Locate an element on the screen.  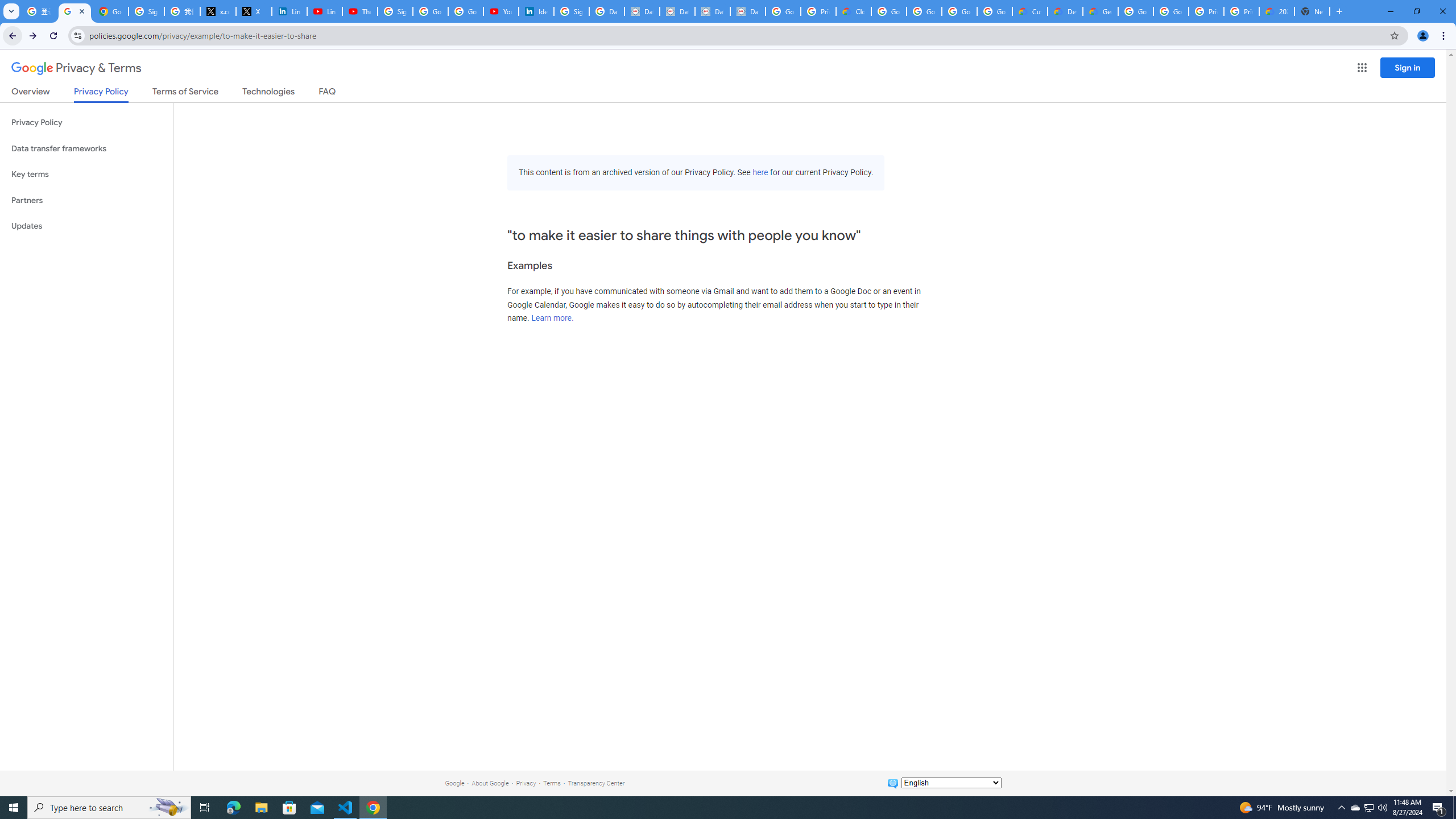
'X' is located at coordinates (253, 11).